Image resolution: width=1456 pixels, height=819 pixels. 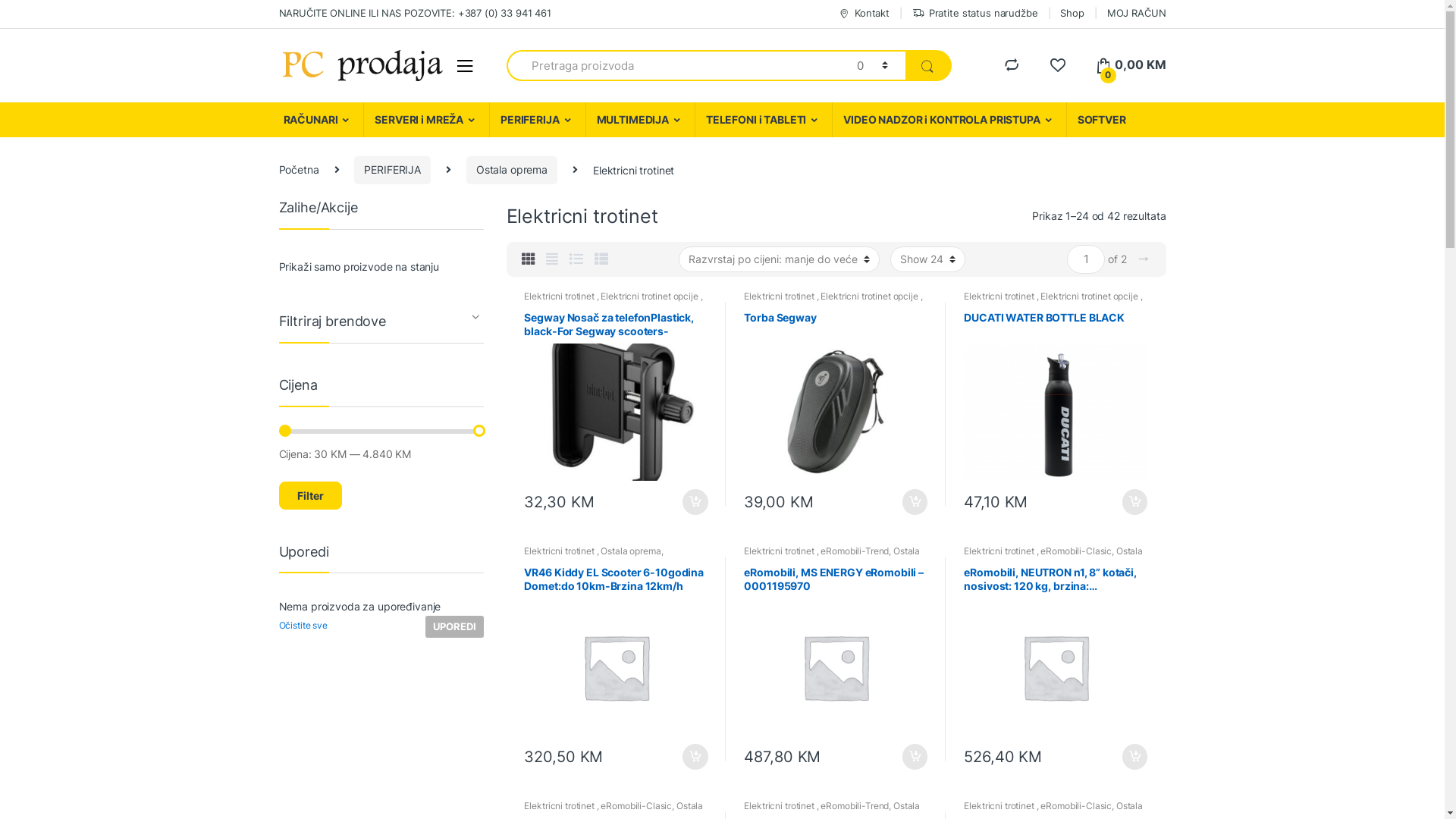 I want to click on 'PERIFERIJA', so click(x=353, y=170).